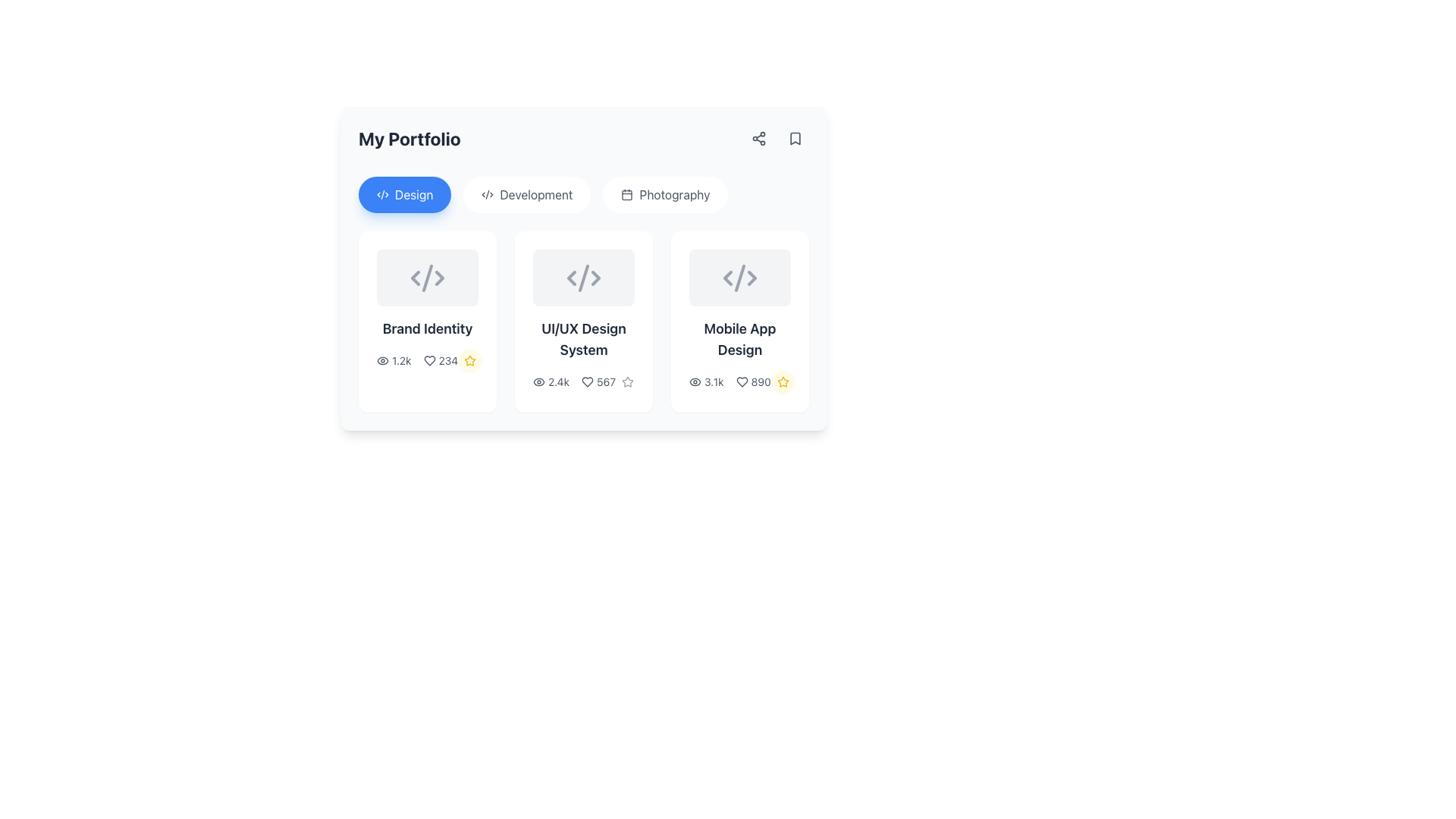 Image resolution: width=1456 pixels, height=819 pixels. I want to click on the non-interactive card component representing a portfolio item located in the second column of the My Portfolio section, positioned between the cards titled Brand Identity and Mobile App Design, so click(582, 321).